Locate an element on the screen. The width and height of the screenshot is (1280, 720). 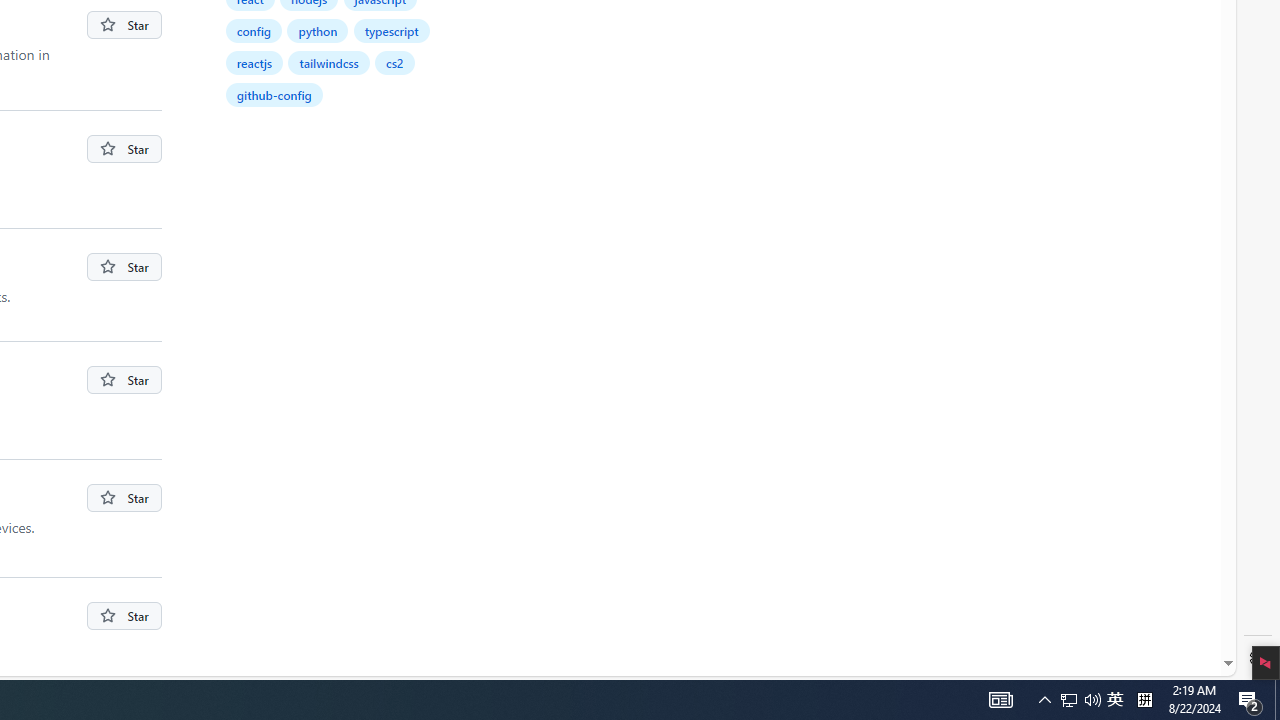
'github-config' is located at coordinates (272, 95).